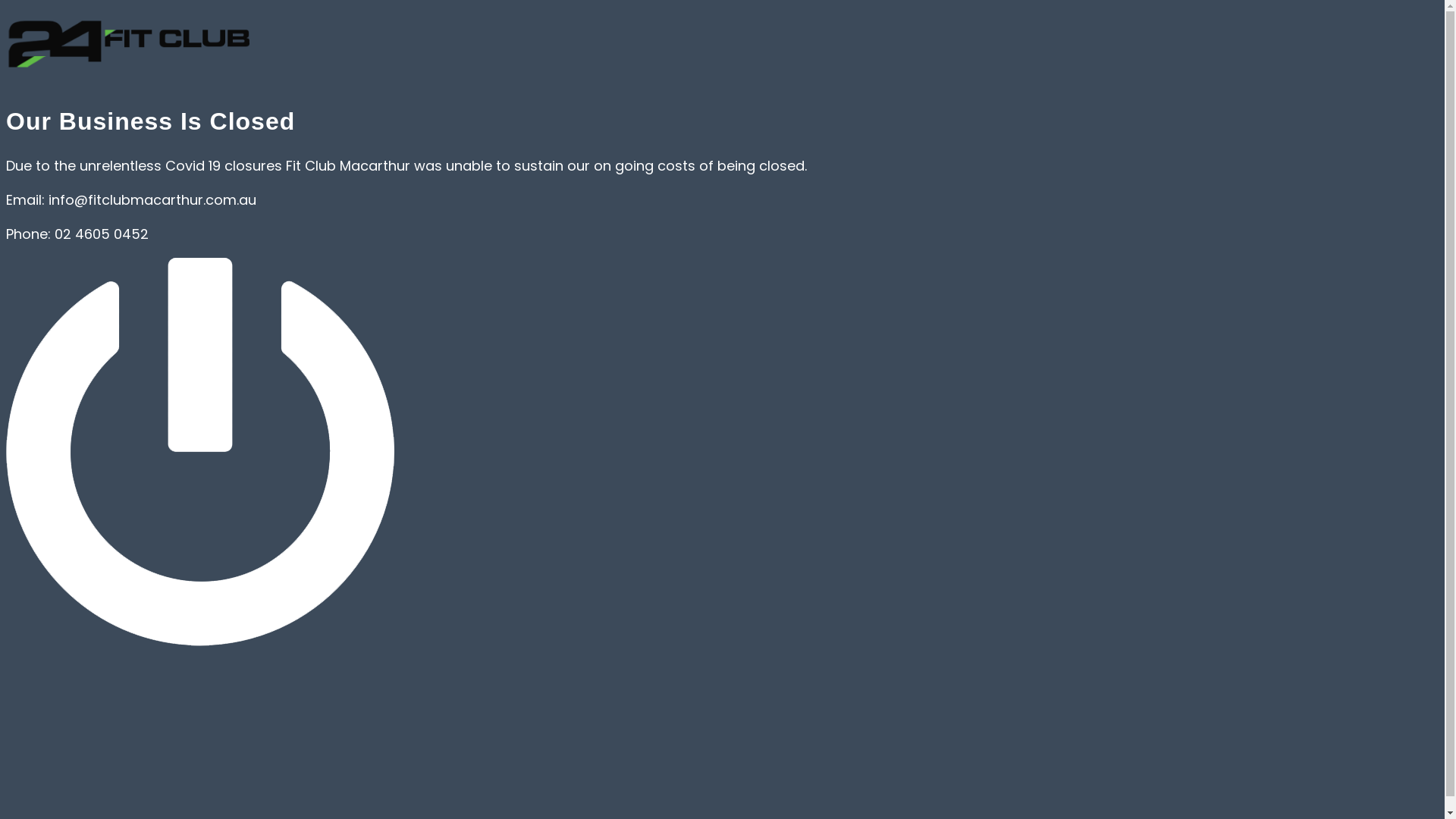 The height and width of the screenshot is (819, 1456). Describe the element at coordinates (101, 234) in the screenshot. I see `'02 4605 0452'` at that location.